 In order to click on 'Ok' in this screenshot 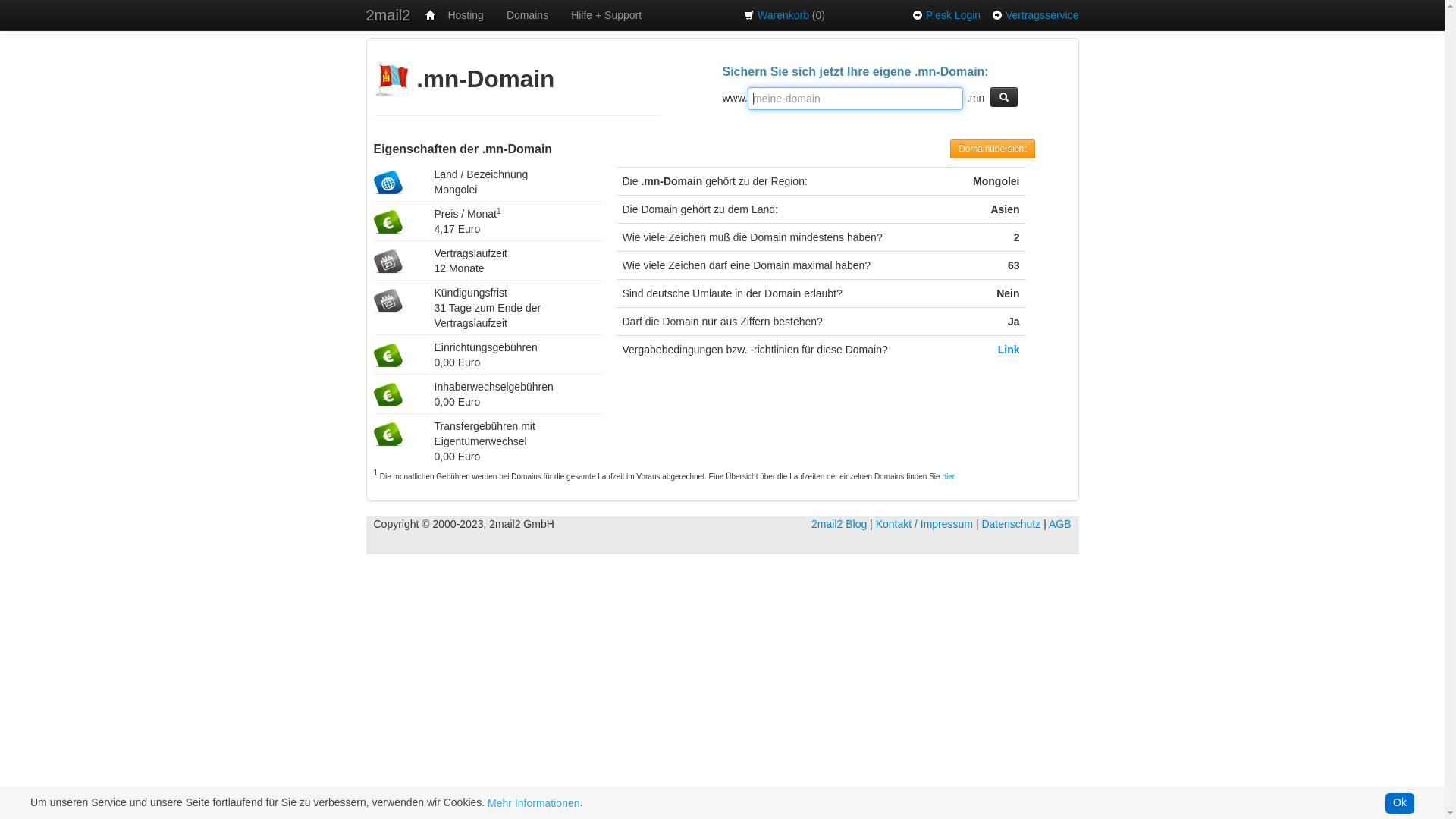, I will do `click(1399, 802)`.